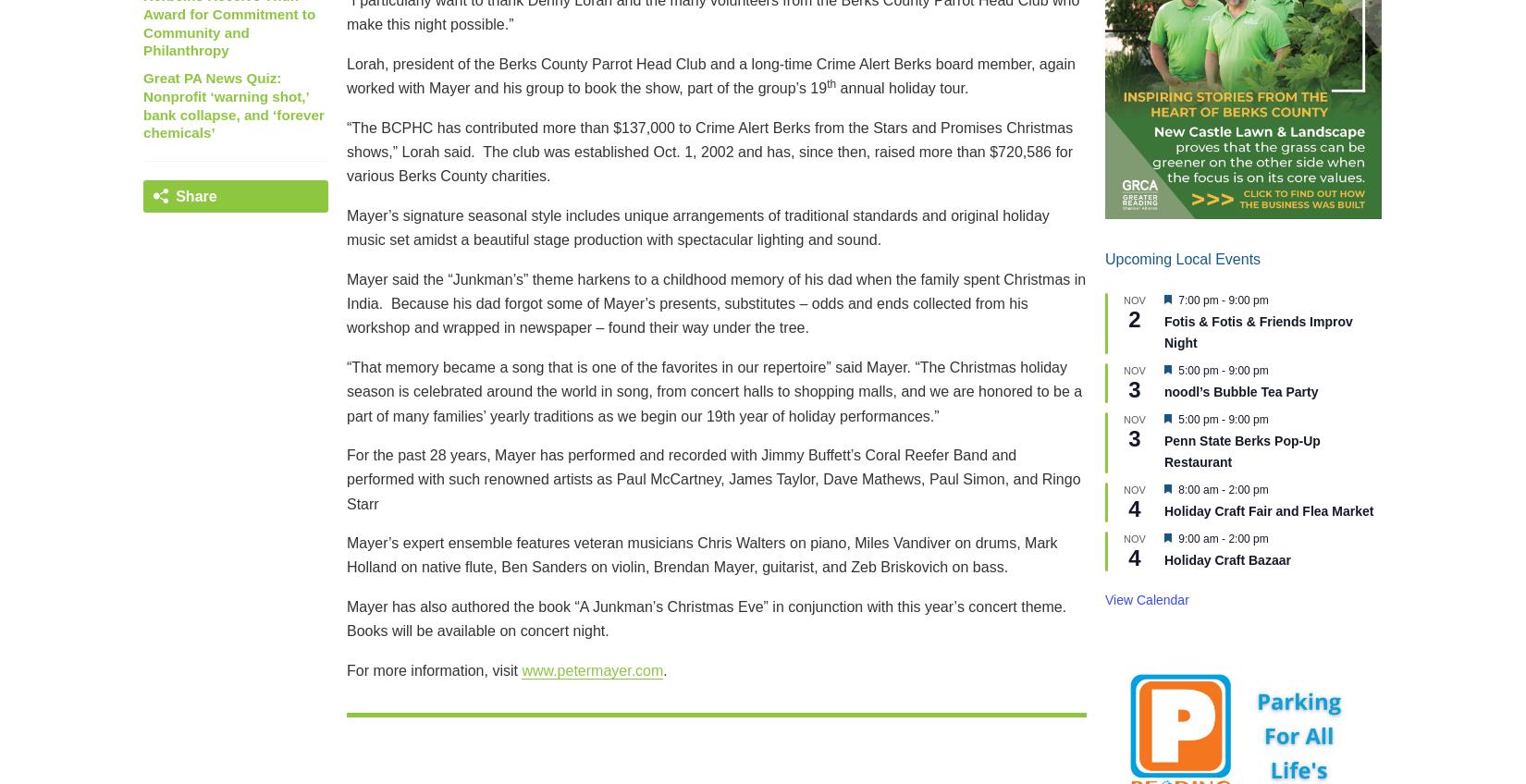 The height and width of the screenshot is (784, 1526). What do you see at coordinates (1176, 536) in the screenshot?
I see `'9:00 am'` at bounding box center [1176, 536].